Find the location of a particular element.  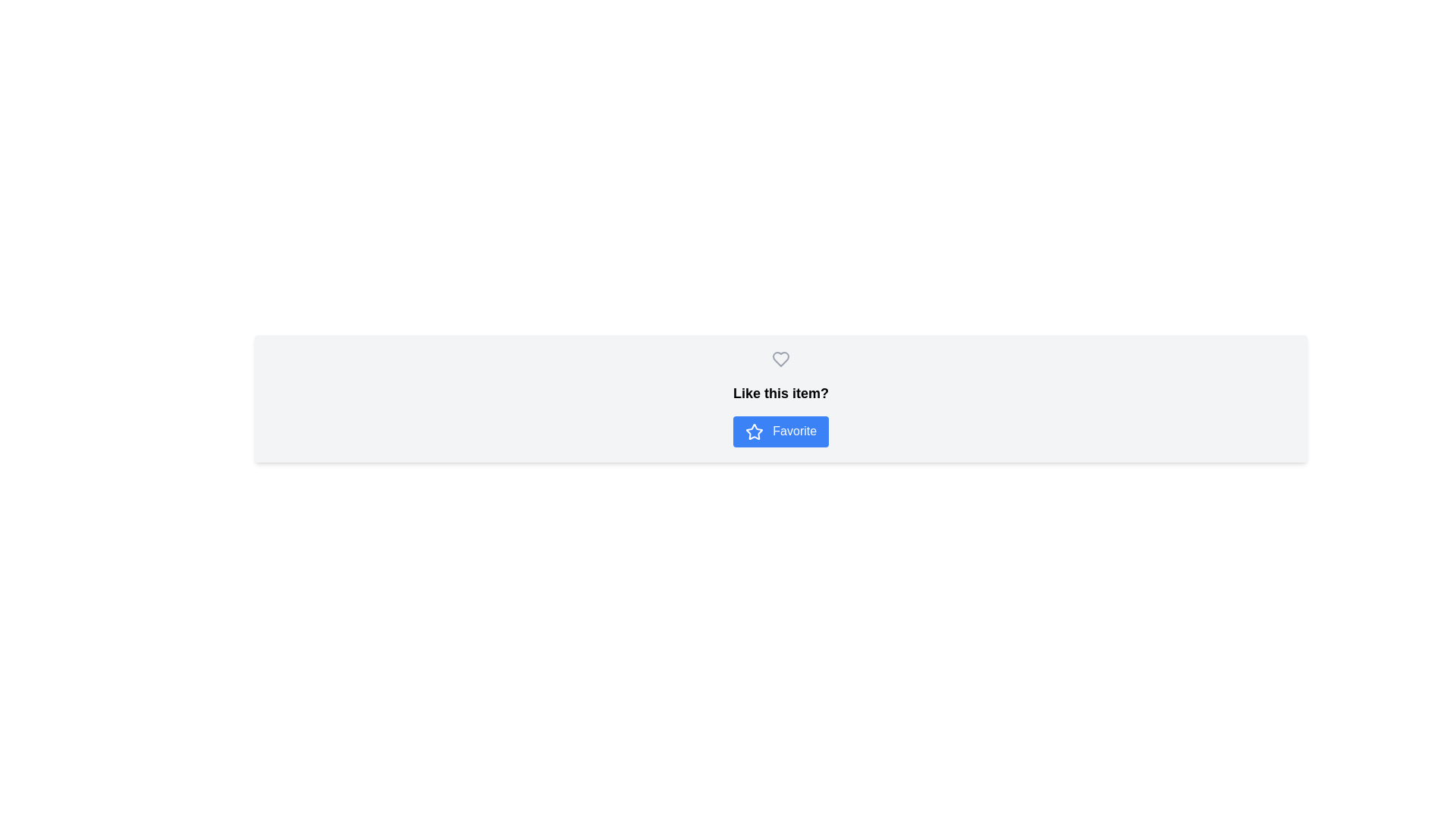

the Heart-shaped icon to express approval or save the associated item is located at coordinates (781, 362).